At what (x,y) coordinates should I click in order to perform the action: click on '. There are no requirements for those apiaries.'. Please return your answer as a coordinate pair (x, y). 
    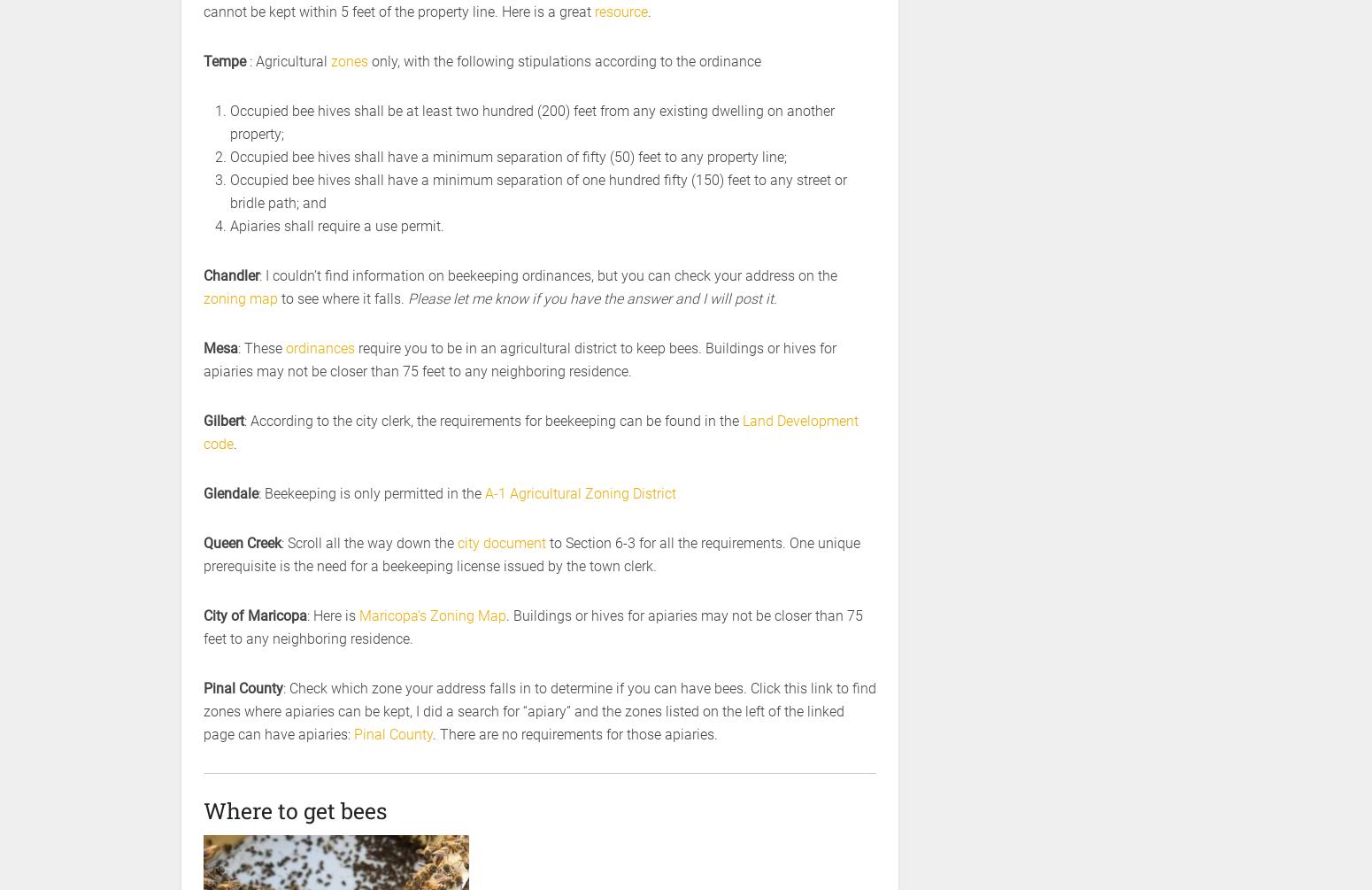
    Looking at the image, I should click on (574, 734).